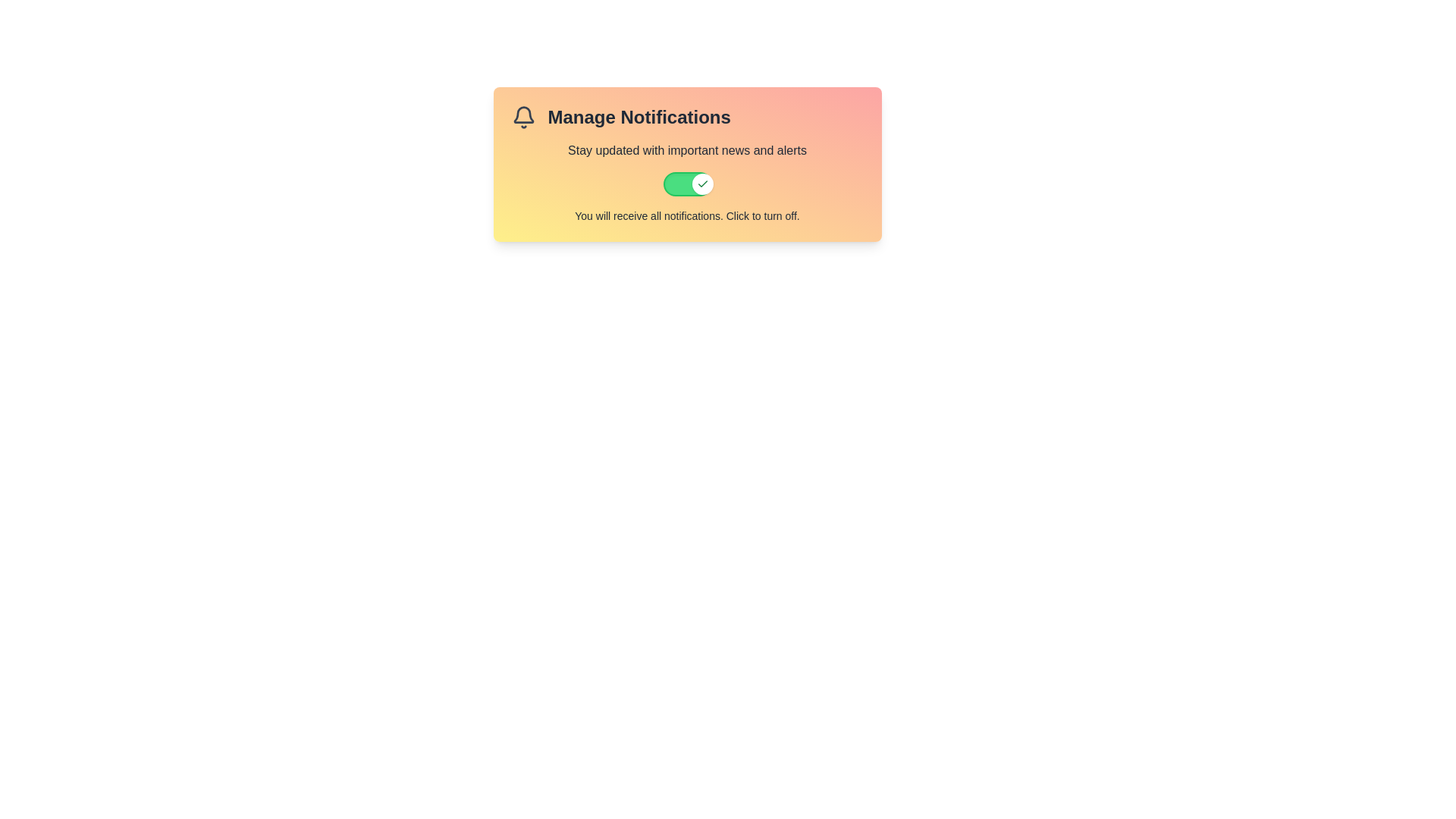  What do you see at coordinates (686, 216) in the screenshot?
I see `the informational text that states 'You will receive all notifications. Click to turn off.' located below the toggle switch in the notification management dialog` at bounding box center [686, 216].